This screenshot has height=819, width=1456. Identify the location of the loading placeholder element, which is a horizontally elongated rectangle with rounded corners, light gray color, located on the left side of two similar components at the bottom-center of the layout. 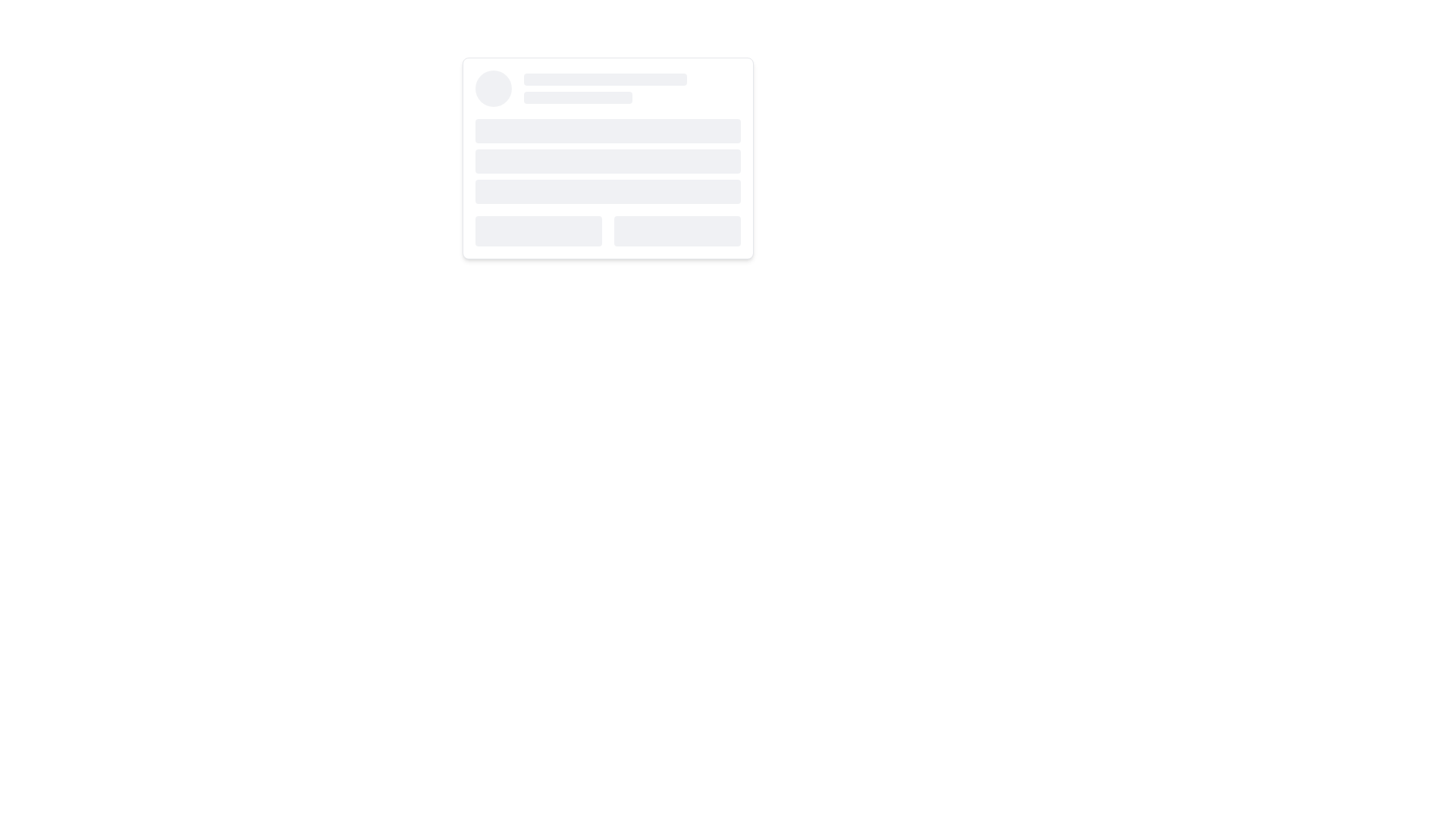
(538, 231).